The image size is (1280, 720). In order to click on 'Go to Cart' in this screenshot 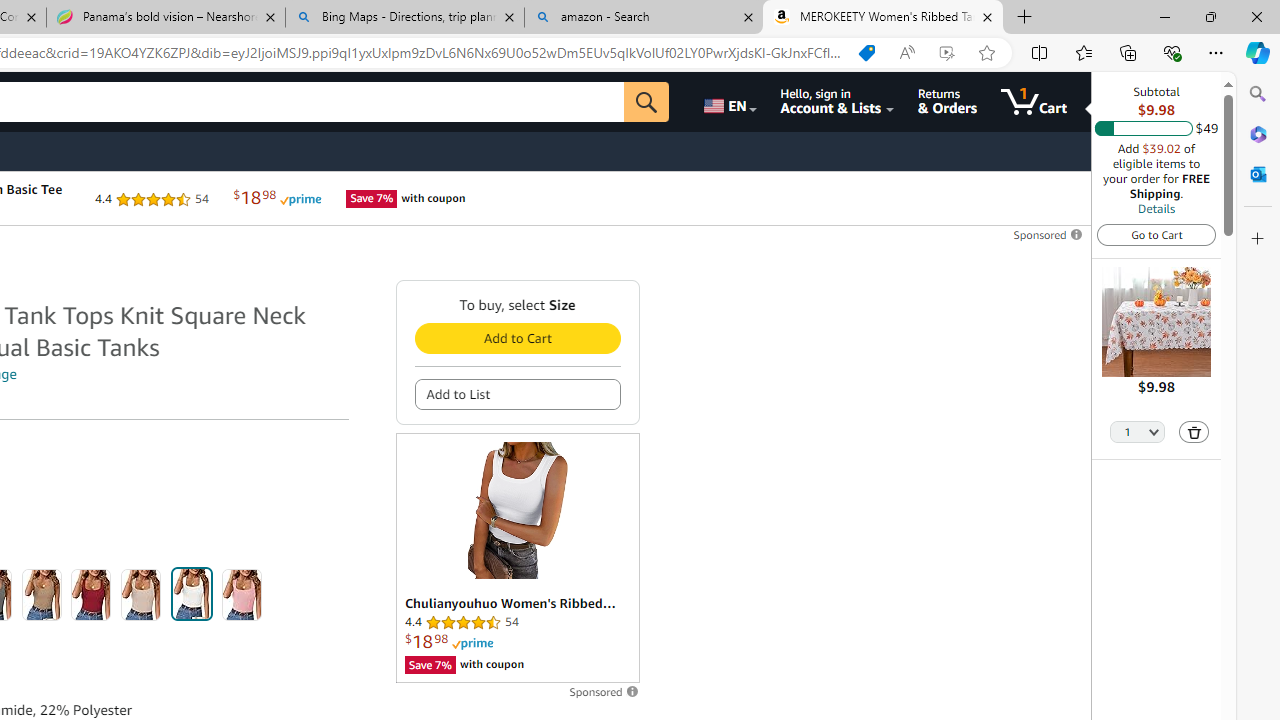, I will do `click(1156, 233)`.